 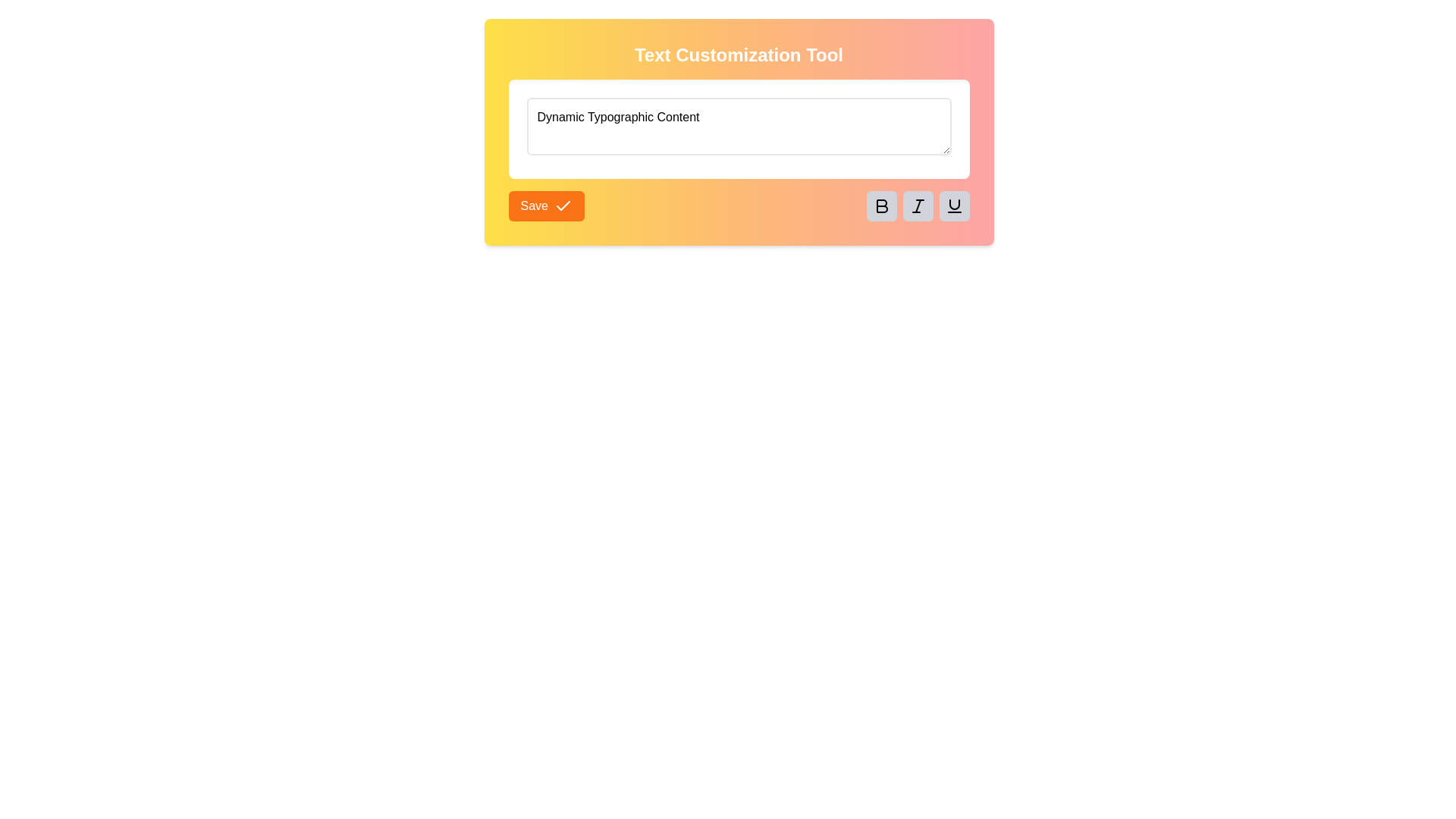 I want to click on the italic style button marked with an 'I' glyph, located in the bottom-right section of the panel, so click(x=917, y=206).